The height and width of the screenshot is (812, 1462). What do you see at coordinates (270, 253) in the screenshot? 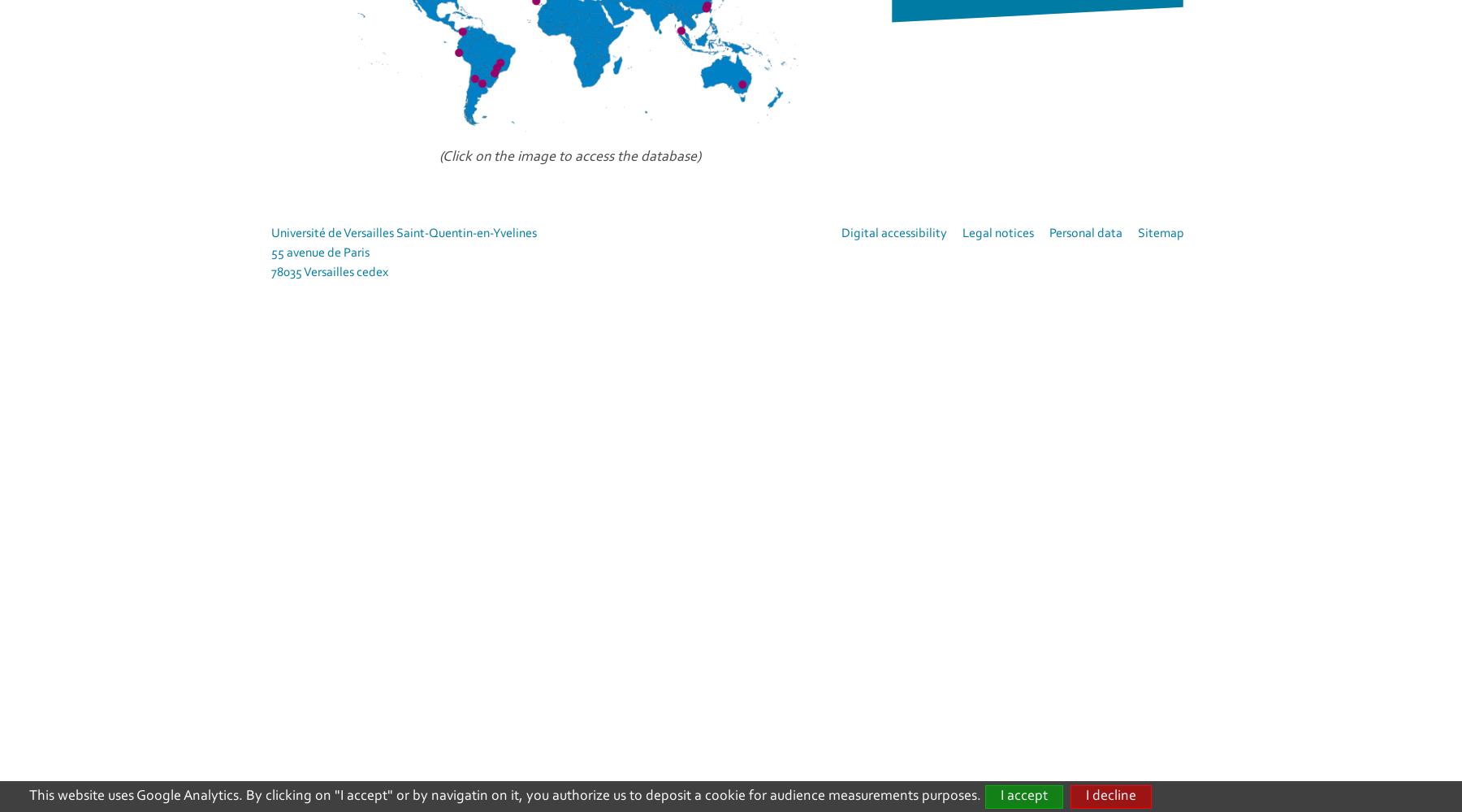
I see `'55 avenue de Paris'` at bounding box center [270, 253].